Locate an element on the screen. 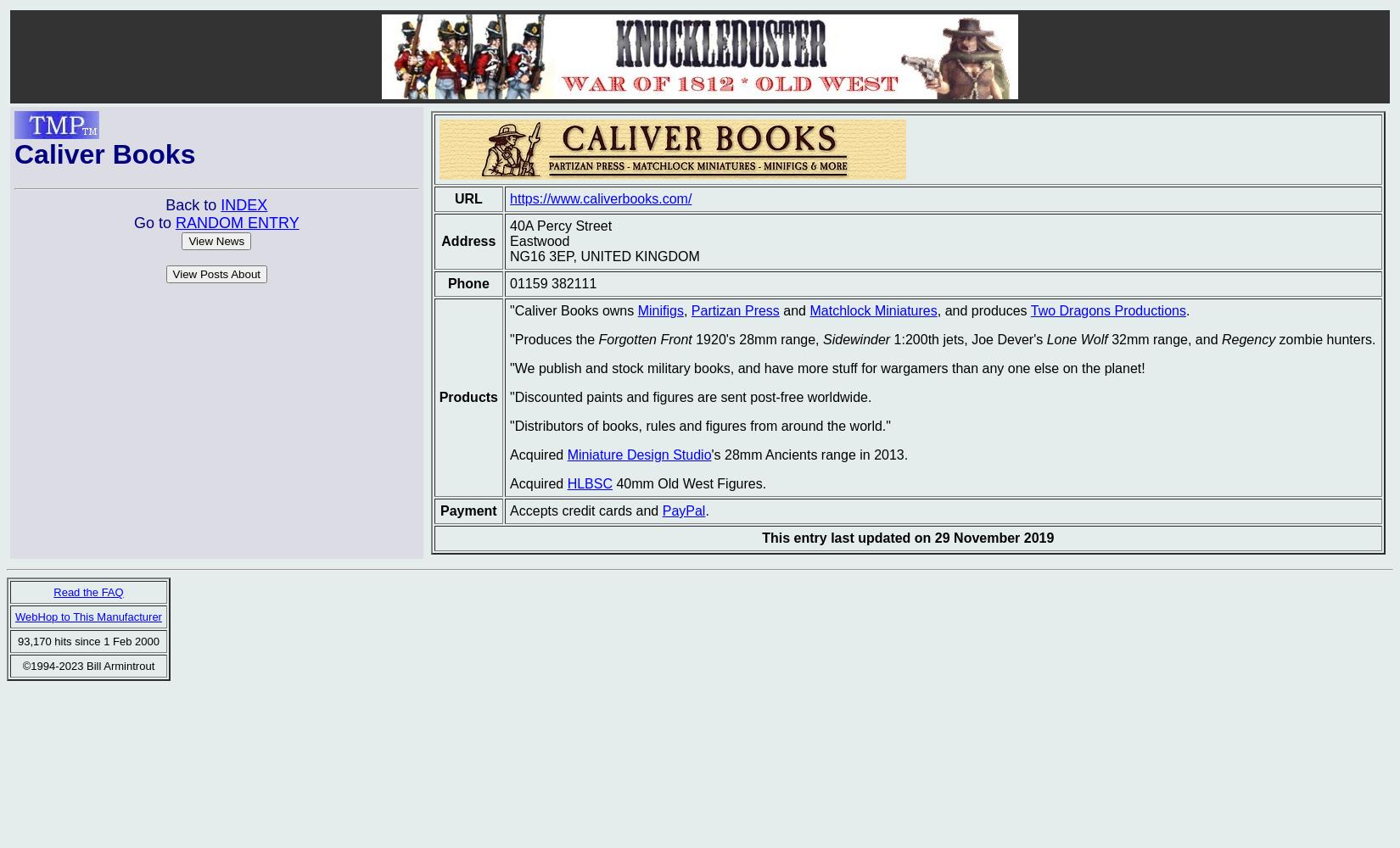 Image resolution: width=1400 pixels, height=848 pixels. 'WebHop to This Manufacturer' is located at coordinates (87, 616).